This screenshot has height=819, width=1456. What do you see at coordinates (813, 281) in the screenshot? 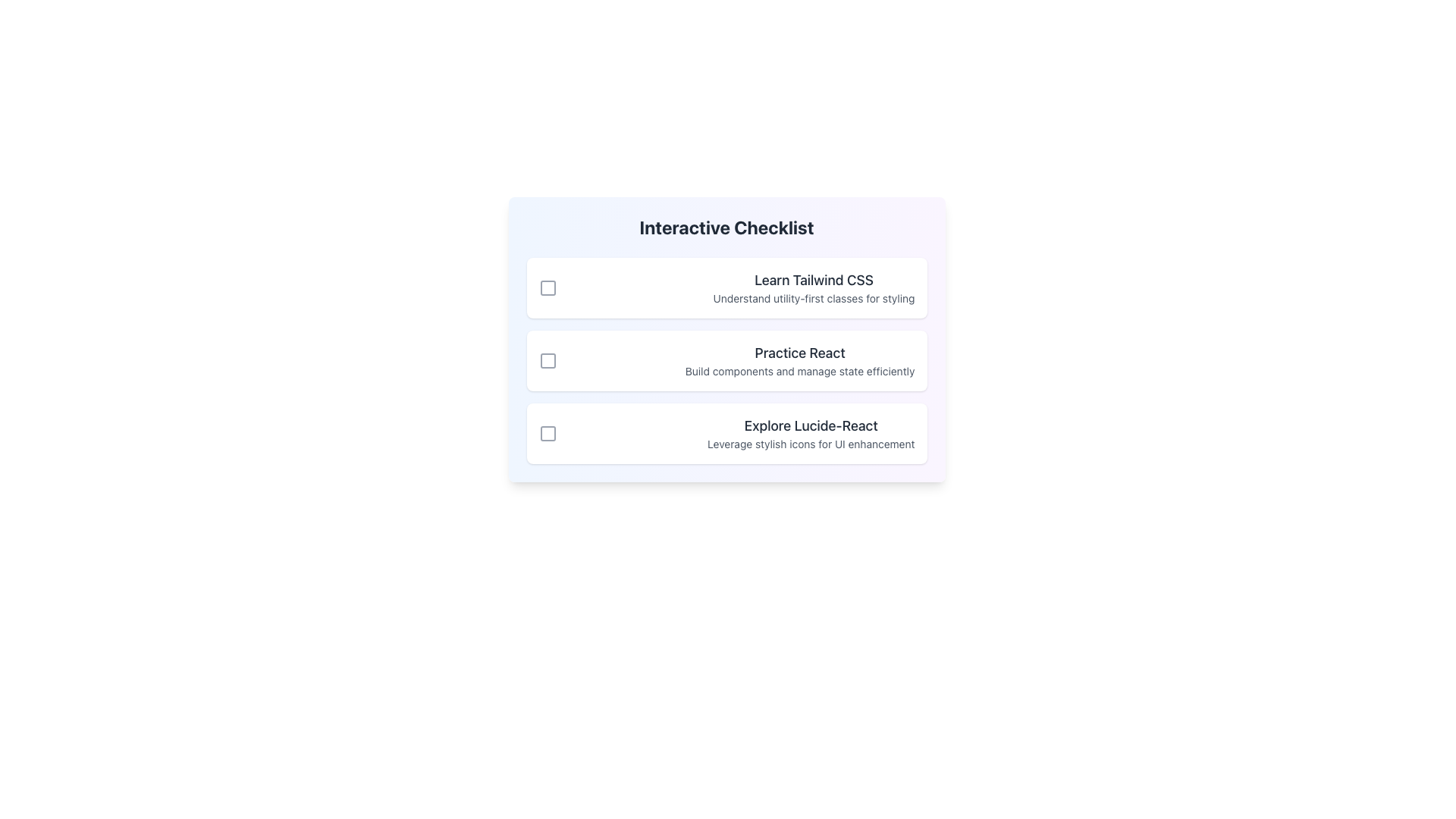
I see `the text label displaying 'Learn Tailwind CSS', which is styled in a medium-sized bold dark gray font, located at the top of the checklist card above the subtitle 'Understand utility-first classes for styling'` at bounding box center [813, 281].